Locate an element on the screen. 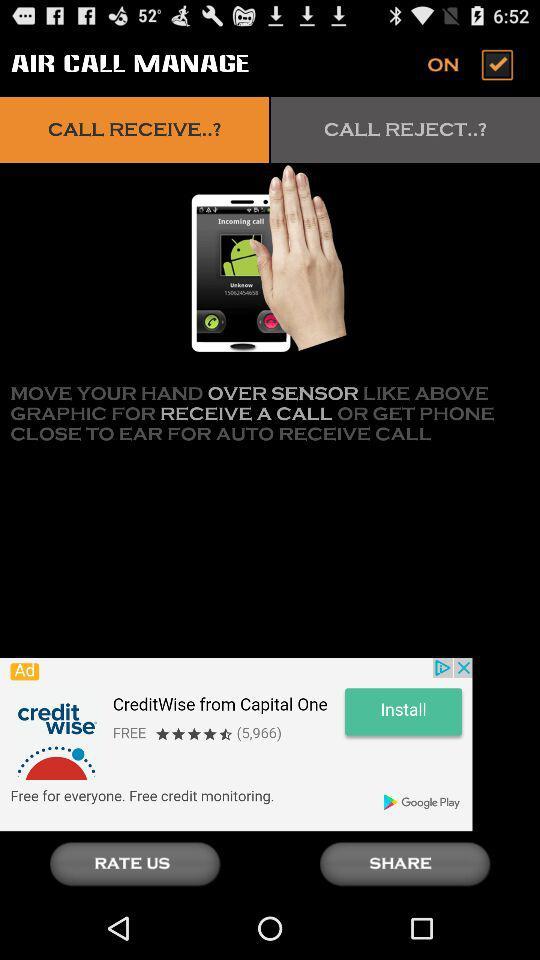 This screenshot has width=540, height=960. on off is located at coordinates (472, 64).